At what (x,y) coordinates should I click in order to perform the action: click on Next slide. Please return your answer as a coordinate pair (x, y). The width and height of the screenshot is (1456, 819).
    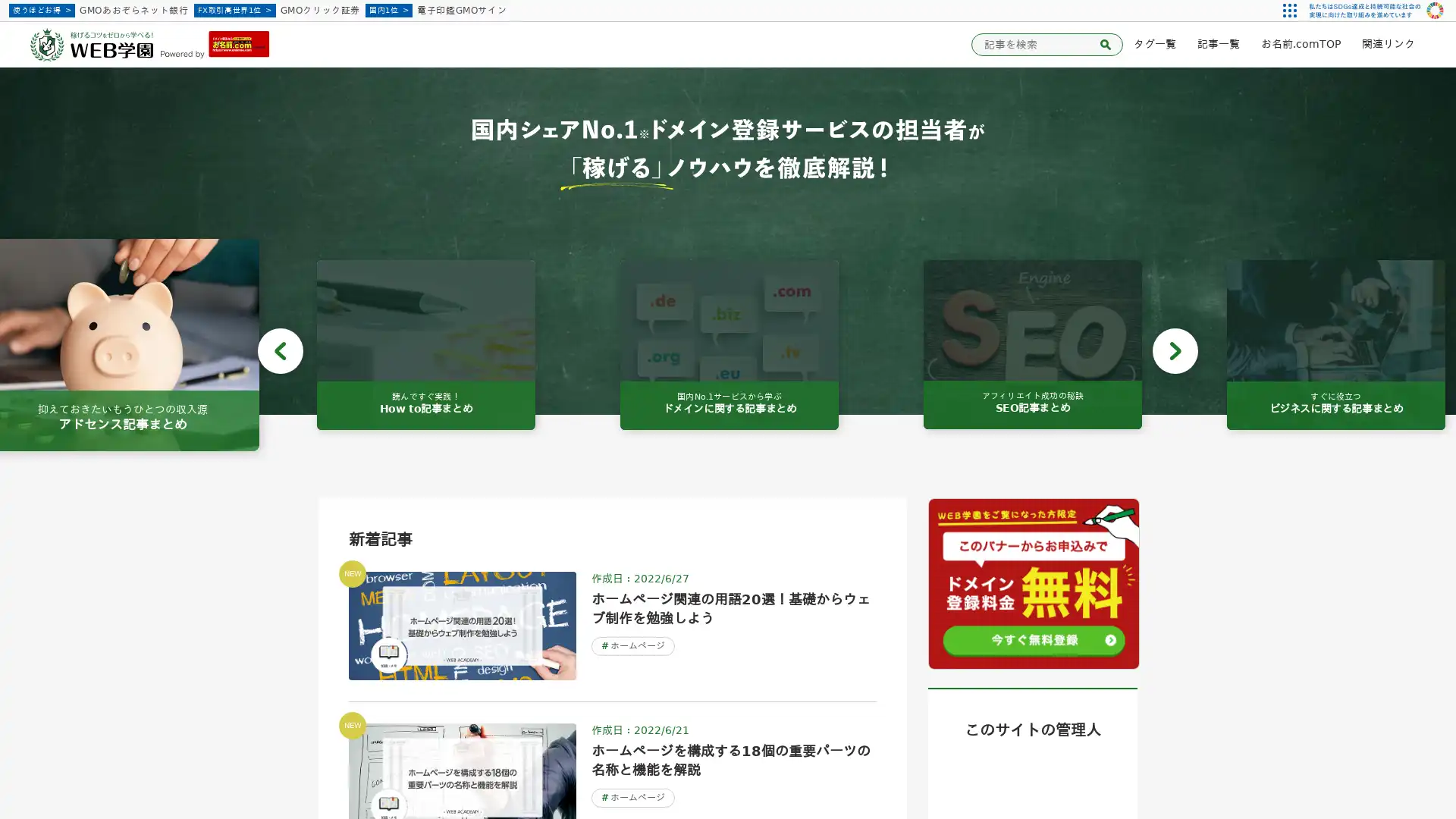
    Looking at the image, I should click on (1175, 350).